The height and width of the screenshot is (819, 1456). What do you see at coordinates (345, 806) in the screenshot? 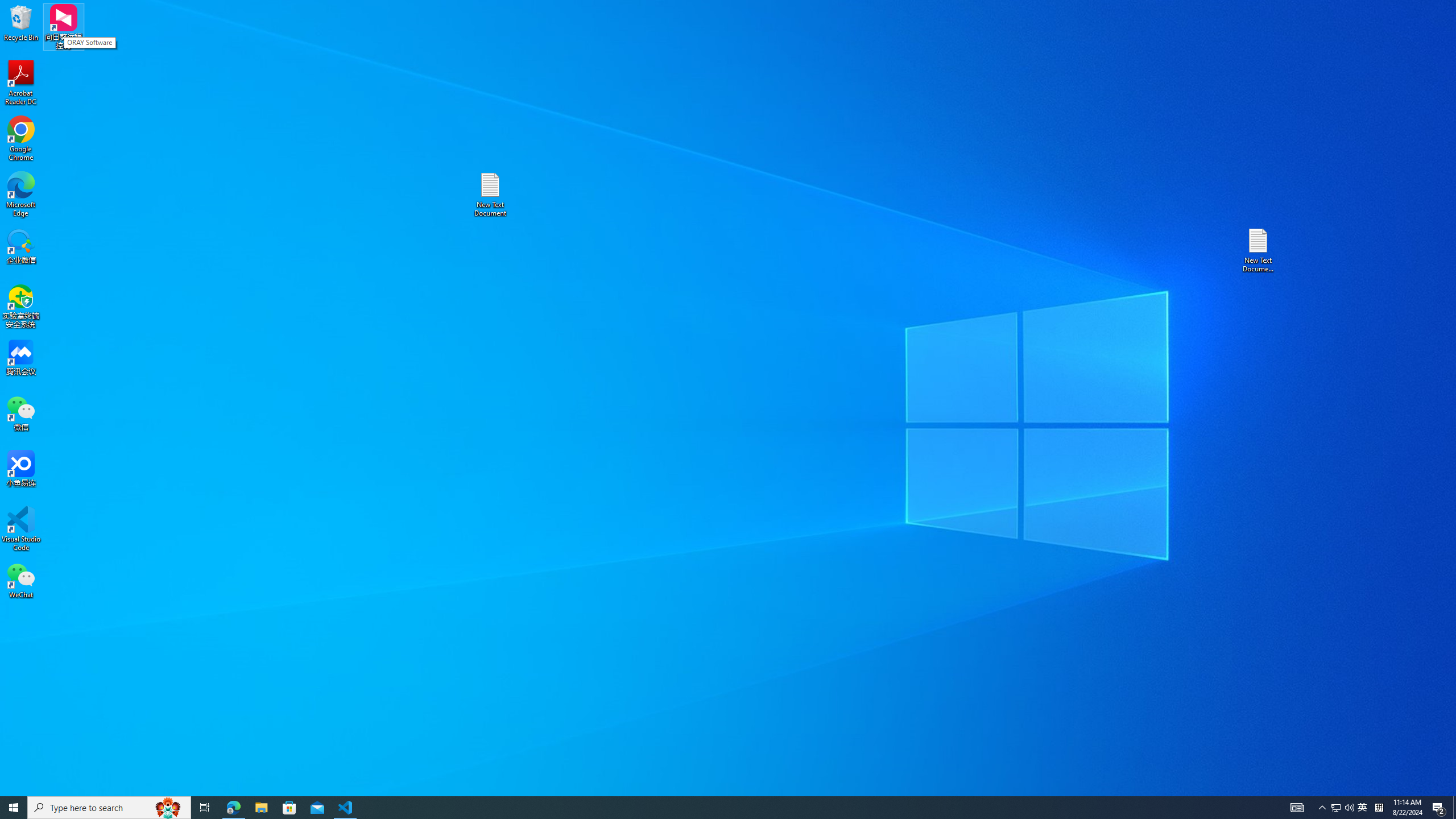
I see `'Visual Studio Code - 1 running window'` at bounding box center [345, 806].